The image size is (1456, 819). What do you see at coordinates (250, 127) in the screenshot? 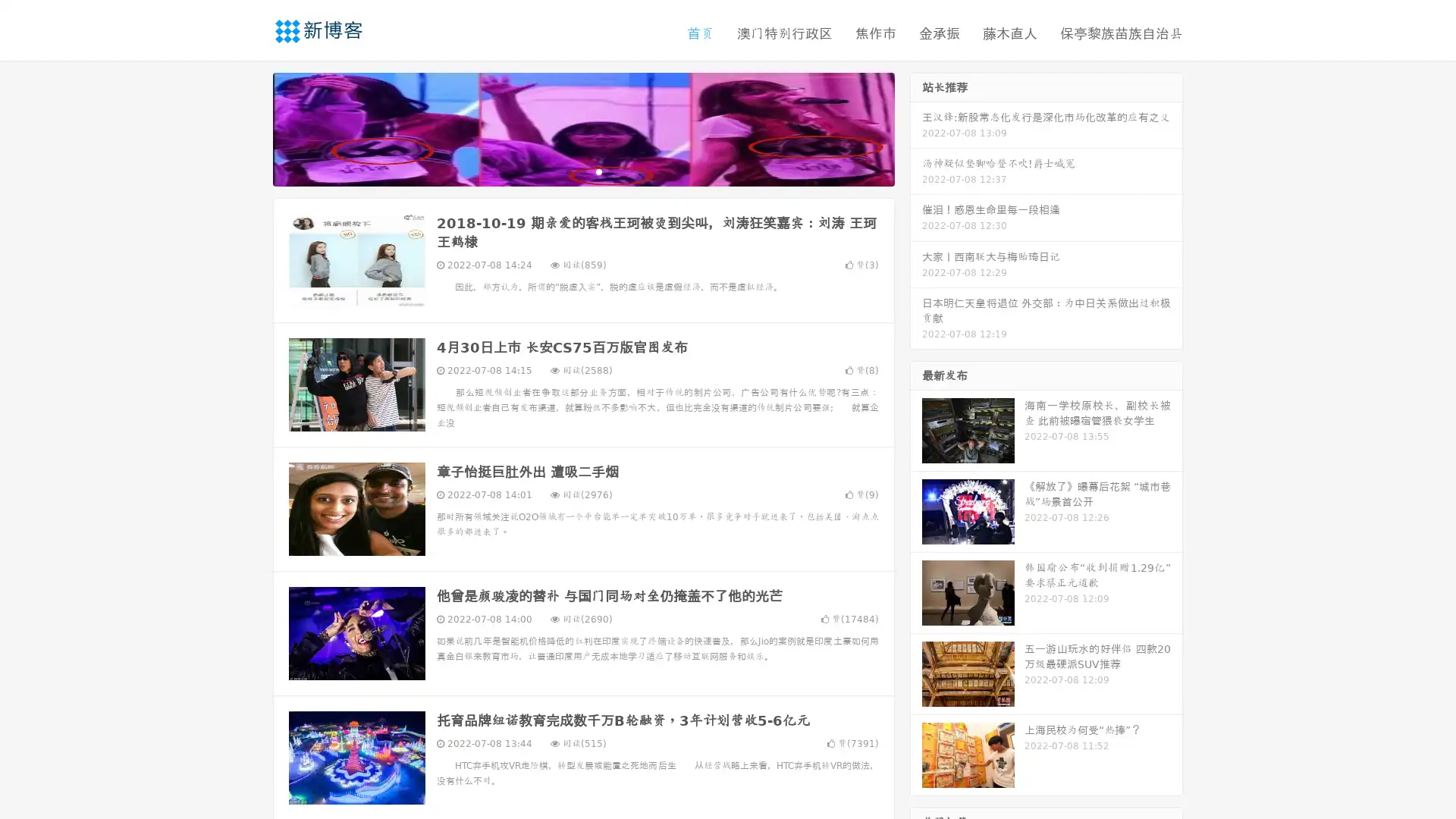
I see `Previous slide` at bounding box center [250, 127].